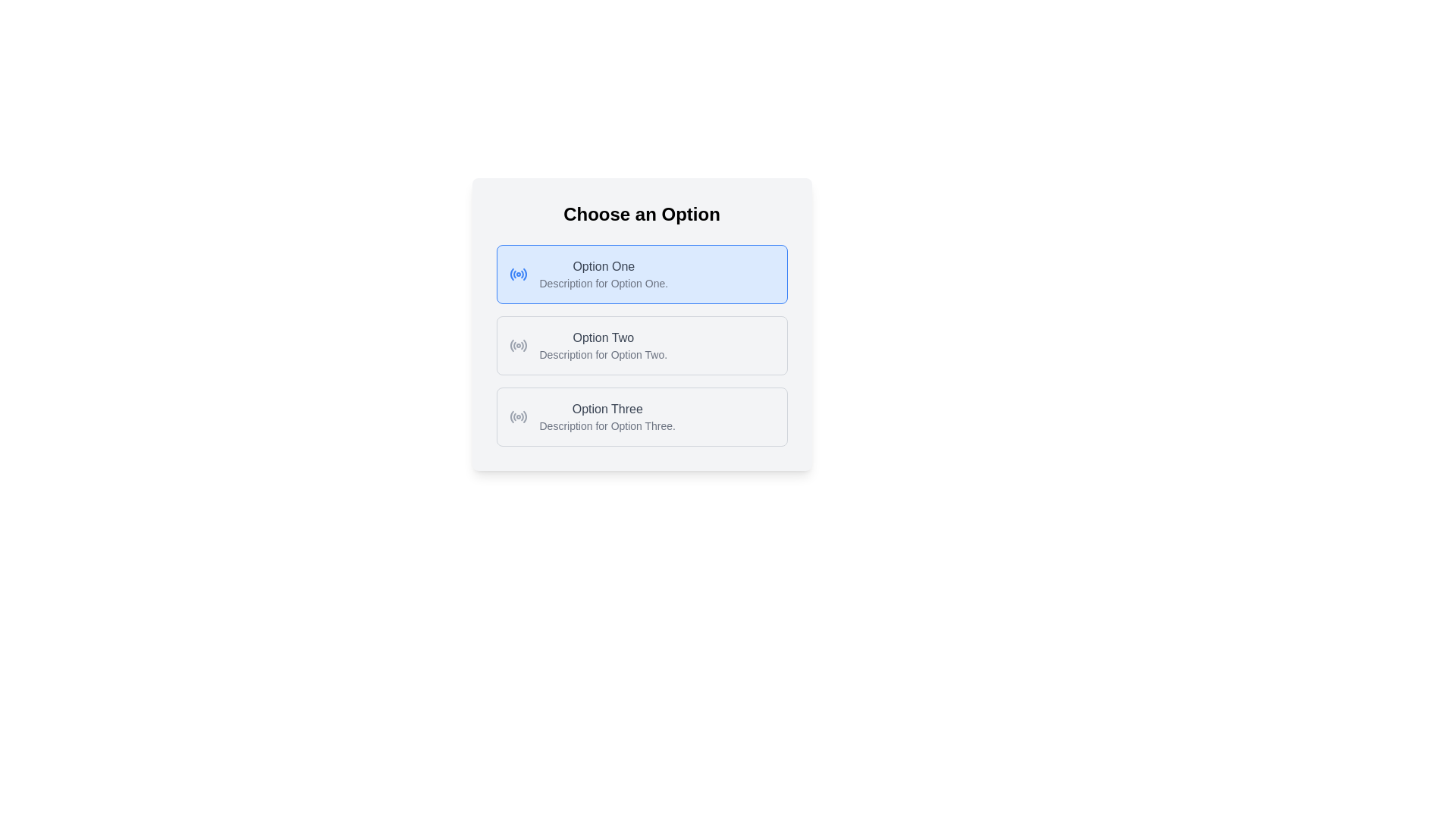 This screenshot has width=1456, height=819. I want to click on the static text providing additional information about 'Option One', located beneath the title and centered horizontally, so click(603, 284).